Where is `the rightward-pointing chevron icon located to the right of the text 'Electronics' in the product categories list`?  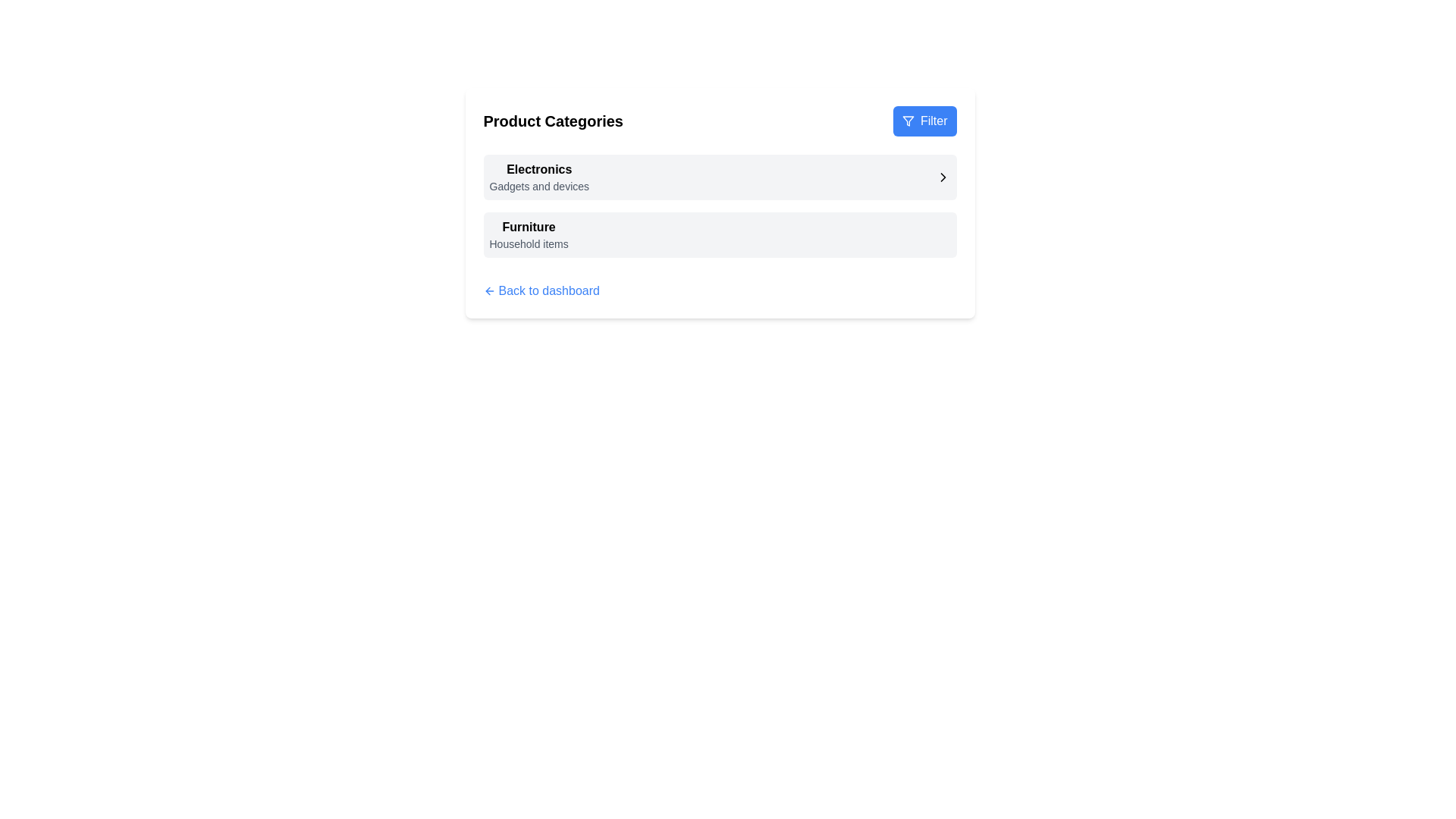
the rightward-pointing chevron icon located to the right of the text 'Electronics' in the product categories list is located at coordinates (942, 177).